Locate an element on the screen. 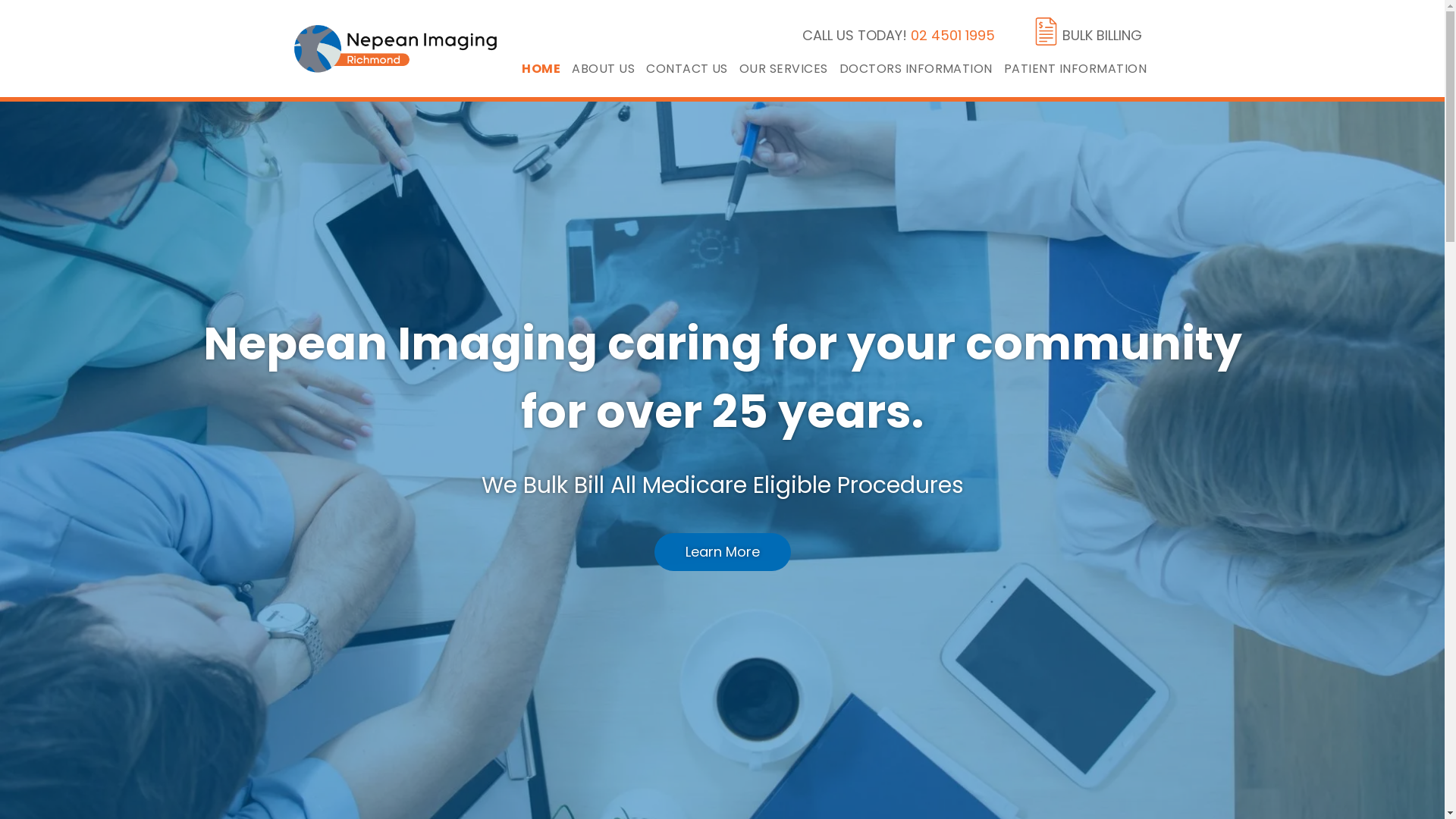  'PATIENT INFORMATION' is located at coordinates (1004, 68).